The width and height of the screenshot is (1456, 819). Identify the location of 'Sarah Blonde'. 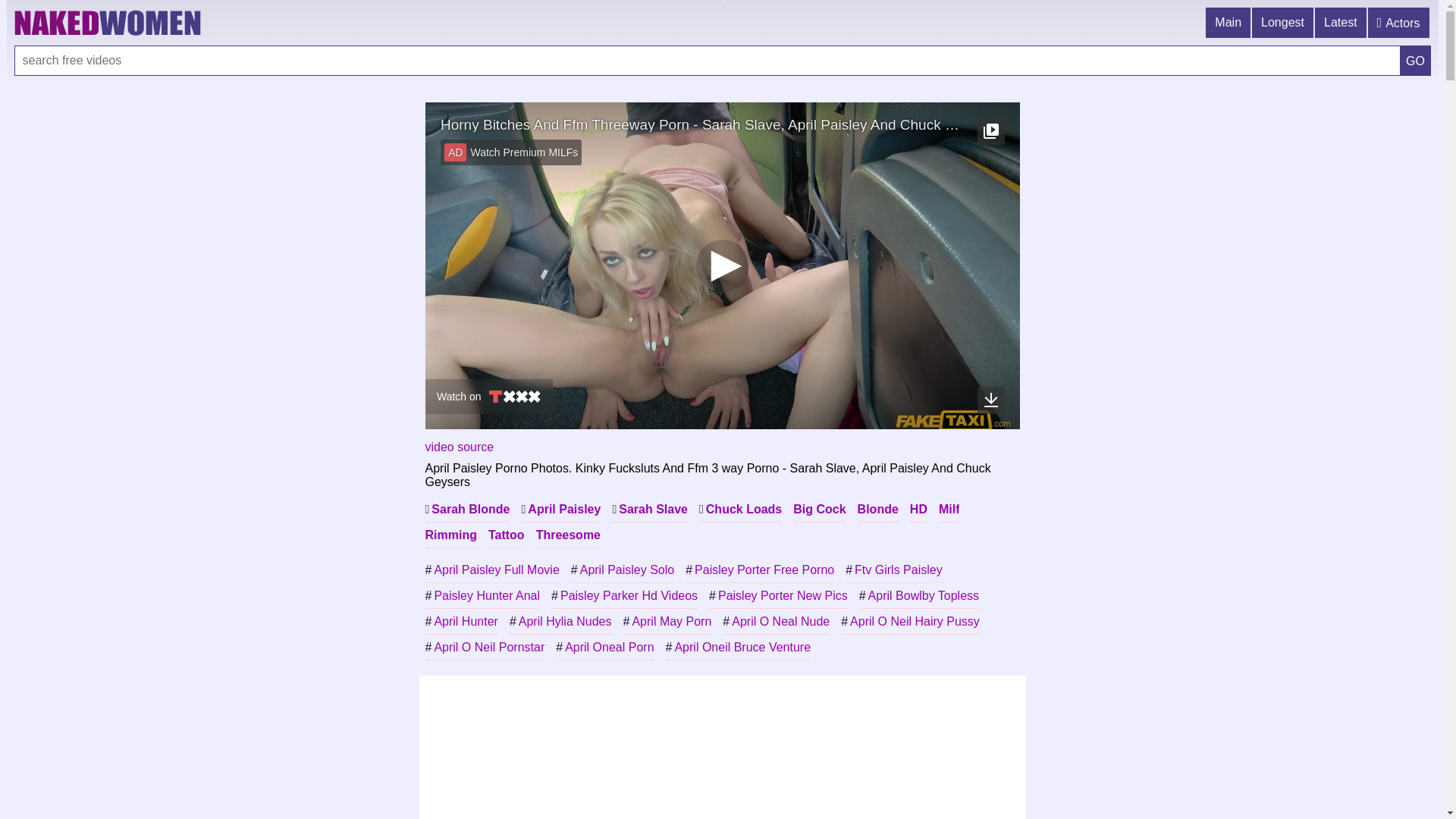
(466, 509).